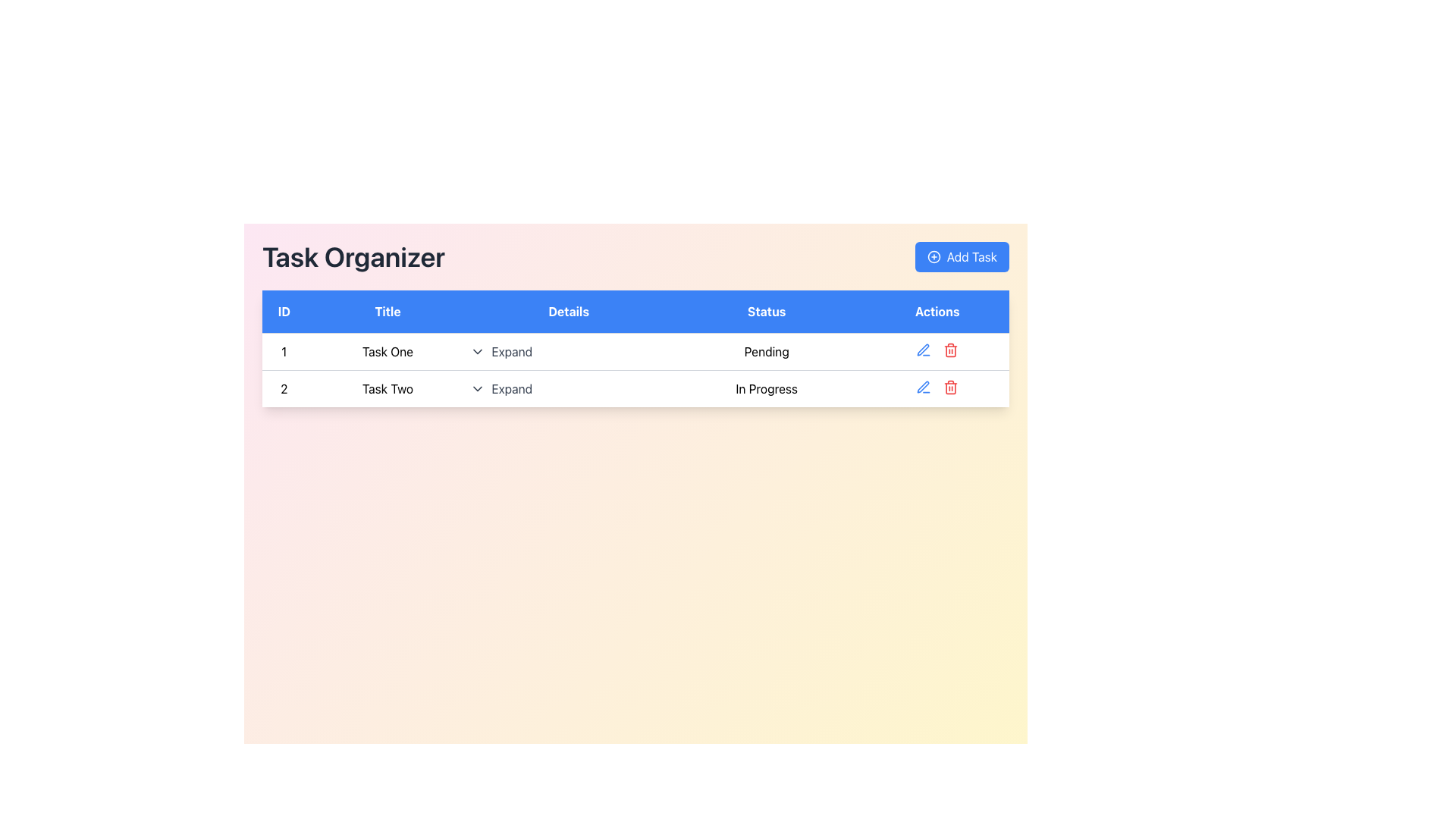 The image size is (1456, 819). I want to click on text from the text label displaying 'Title' in white, located in the second column header of the table row, so click(388, 311).